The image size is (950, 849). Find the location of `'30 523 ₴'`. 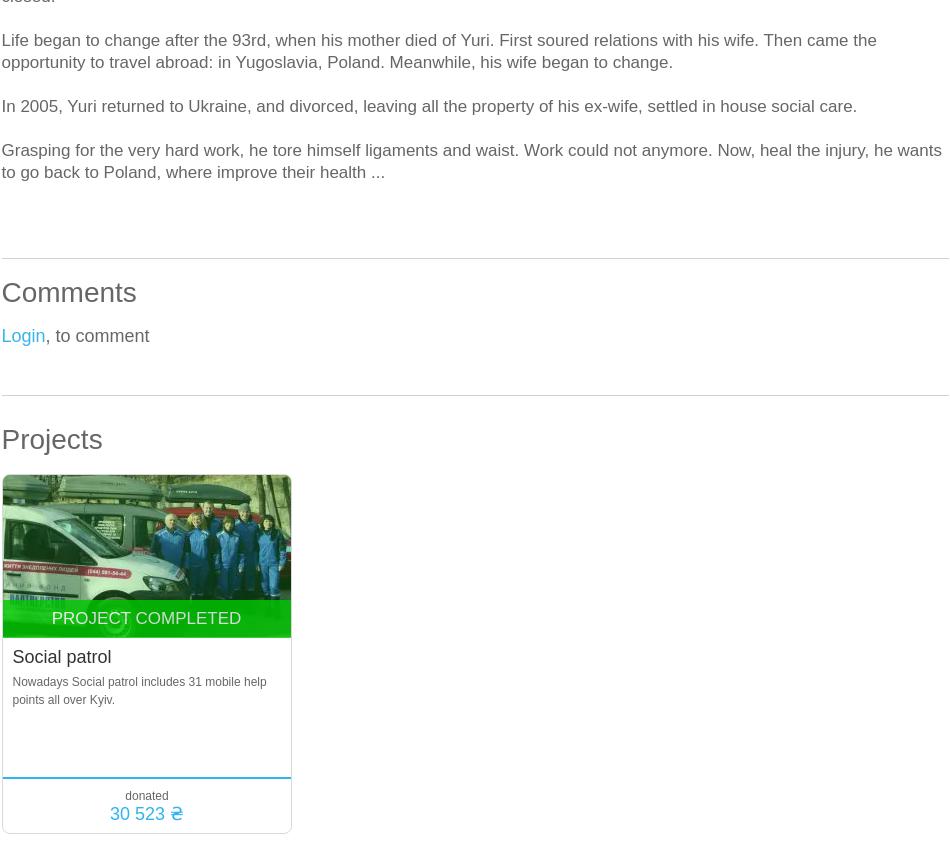

'30 523 ₴' is located at coordinates (146, 814).